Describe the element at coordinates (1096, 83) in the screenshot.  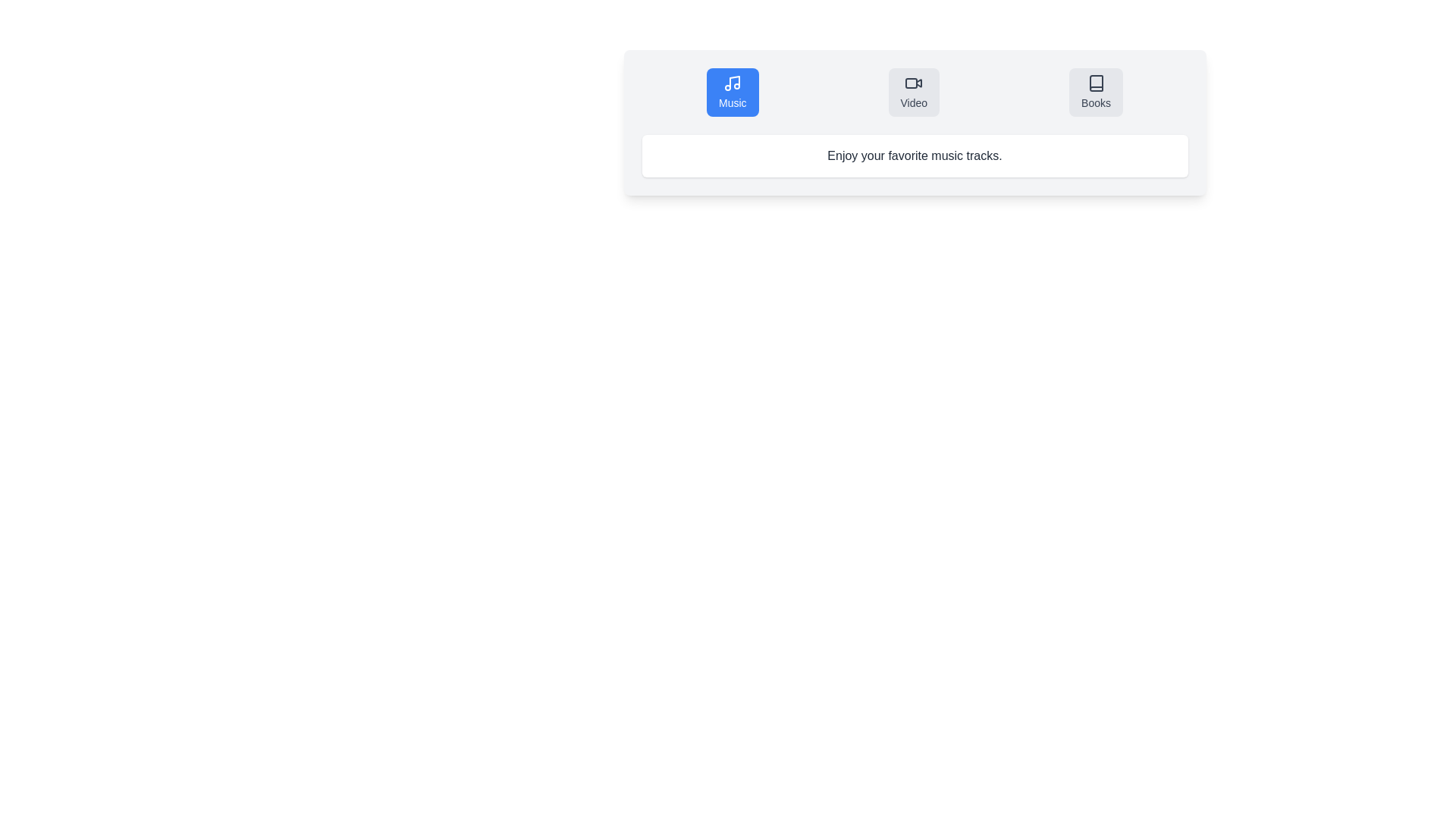
I see `the 'Books' navigation button which features an icon representing the 'Books' section, located at the top of the button above the label 'Books'` at that location.